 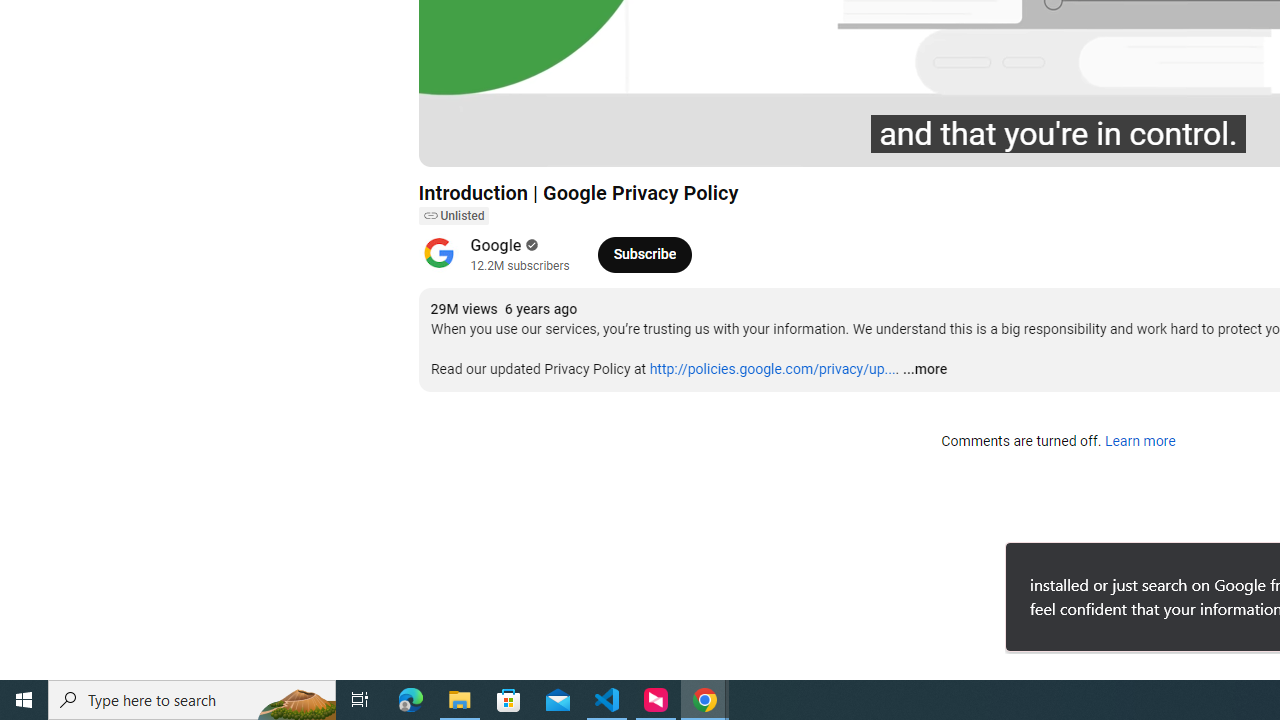 What do you see at coordinates (771, 369) in the screenshot?
I see `'http://policies.google.com/privacy/up...'` at bounding box center [771, 369].